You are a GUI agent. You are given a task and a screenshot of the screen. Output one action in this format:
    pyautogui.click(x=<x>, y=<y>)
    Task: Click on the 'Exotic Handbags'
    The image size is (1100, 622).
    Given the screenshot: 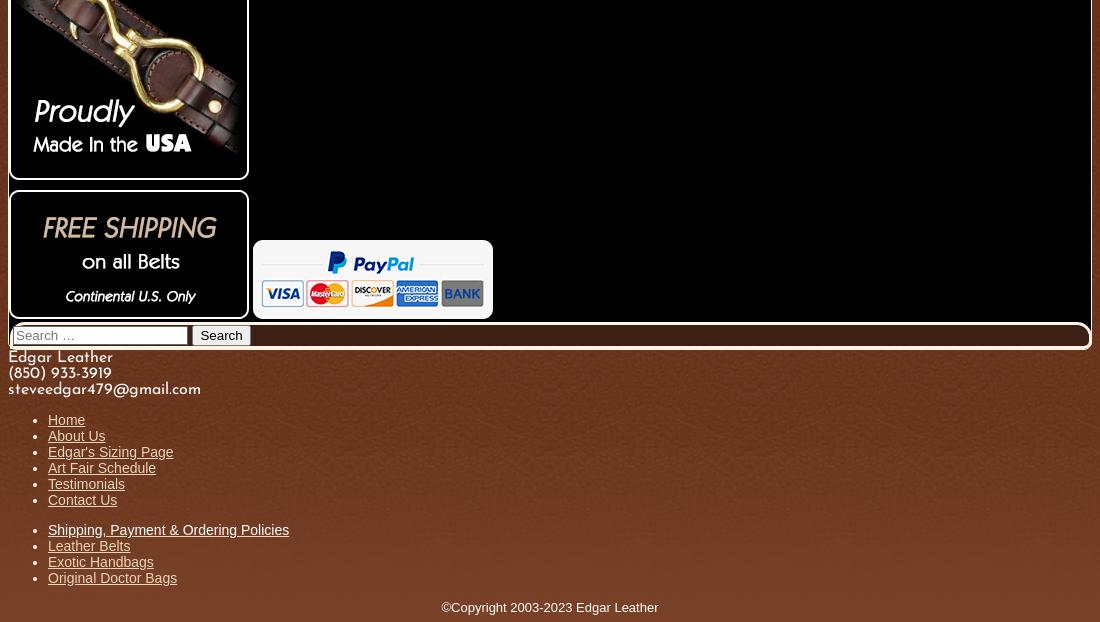 What is the action you would take?
    pyautogui.click(x=100, y=560)
    